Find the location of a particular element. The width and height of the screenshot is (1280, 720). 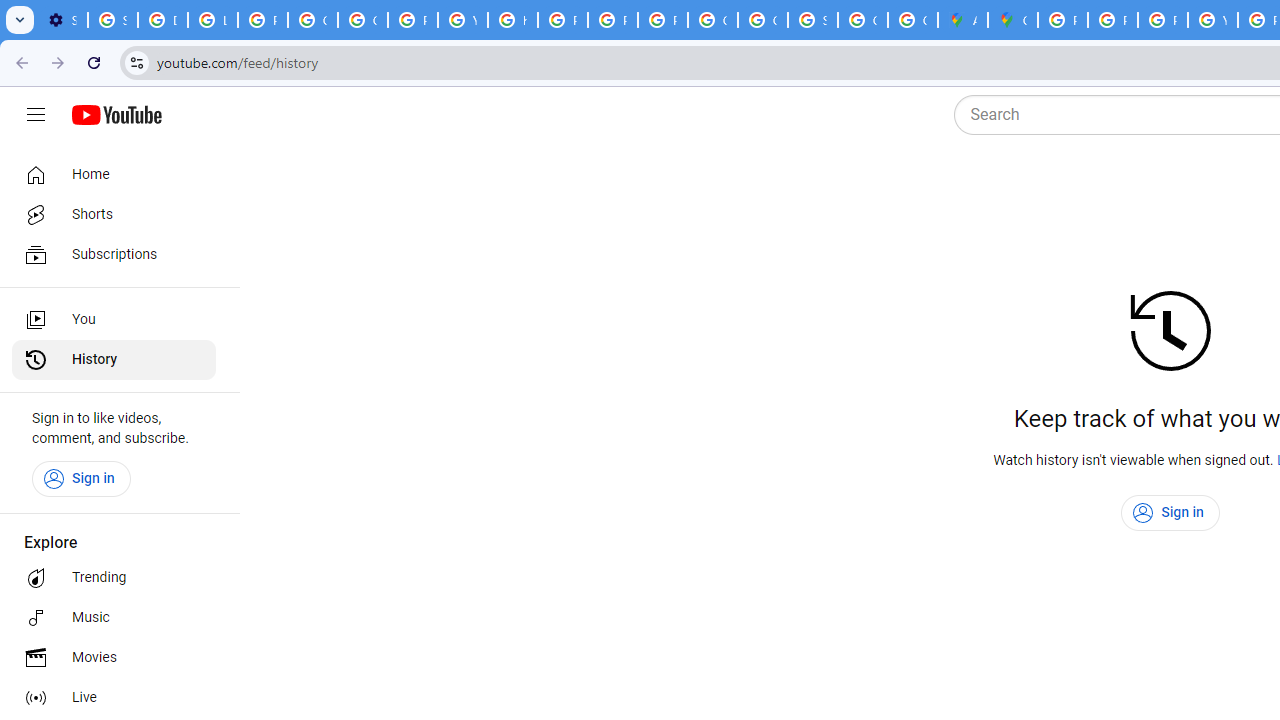

'Privacy Help Center - Policies Help' is located at coordinates (1162, 20).